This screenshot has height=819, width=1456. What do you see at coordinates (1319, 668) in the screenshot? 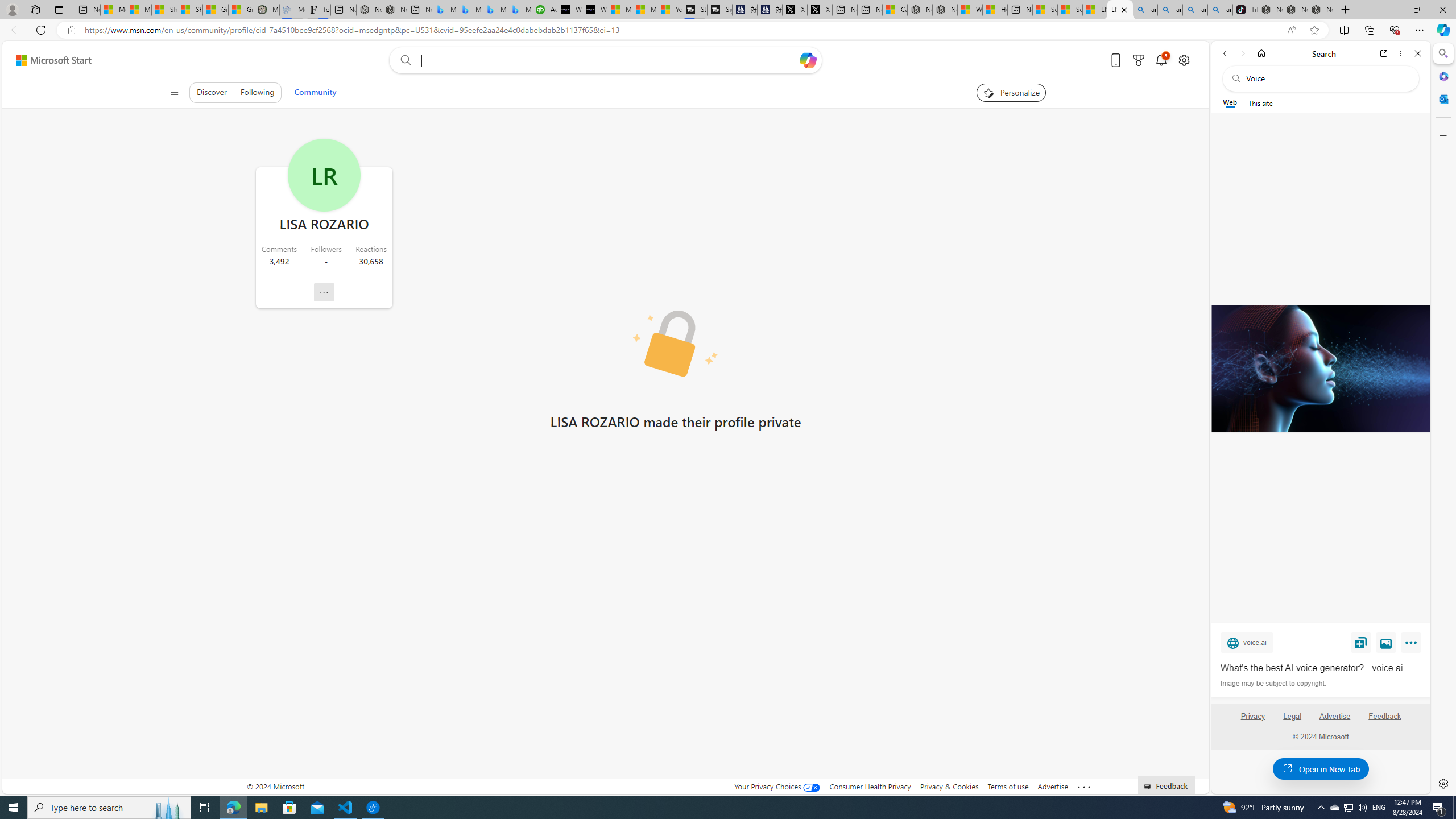
I see `'What'` at bounding box center [1319, 668].